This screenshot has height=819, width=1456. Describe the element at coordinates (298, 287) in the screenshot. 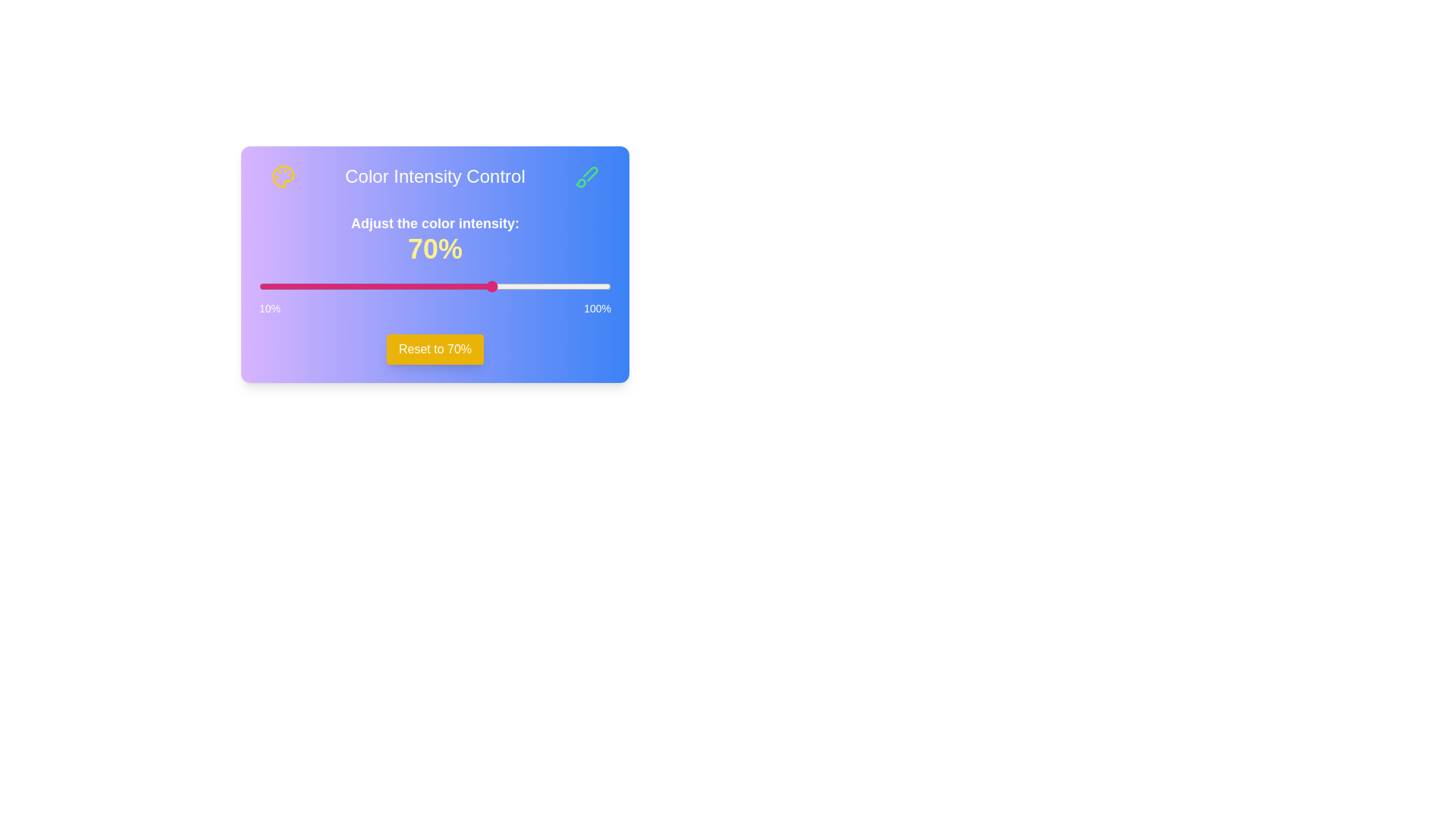

I see `the slider to set the intensity to 20%` at that location.